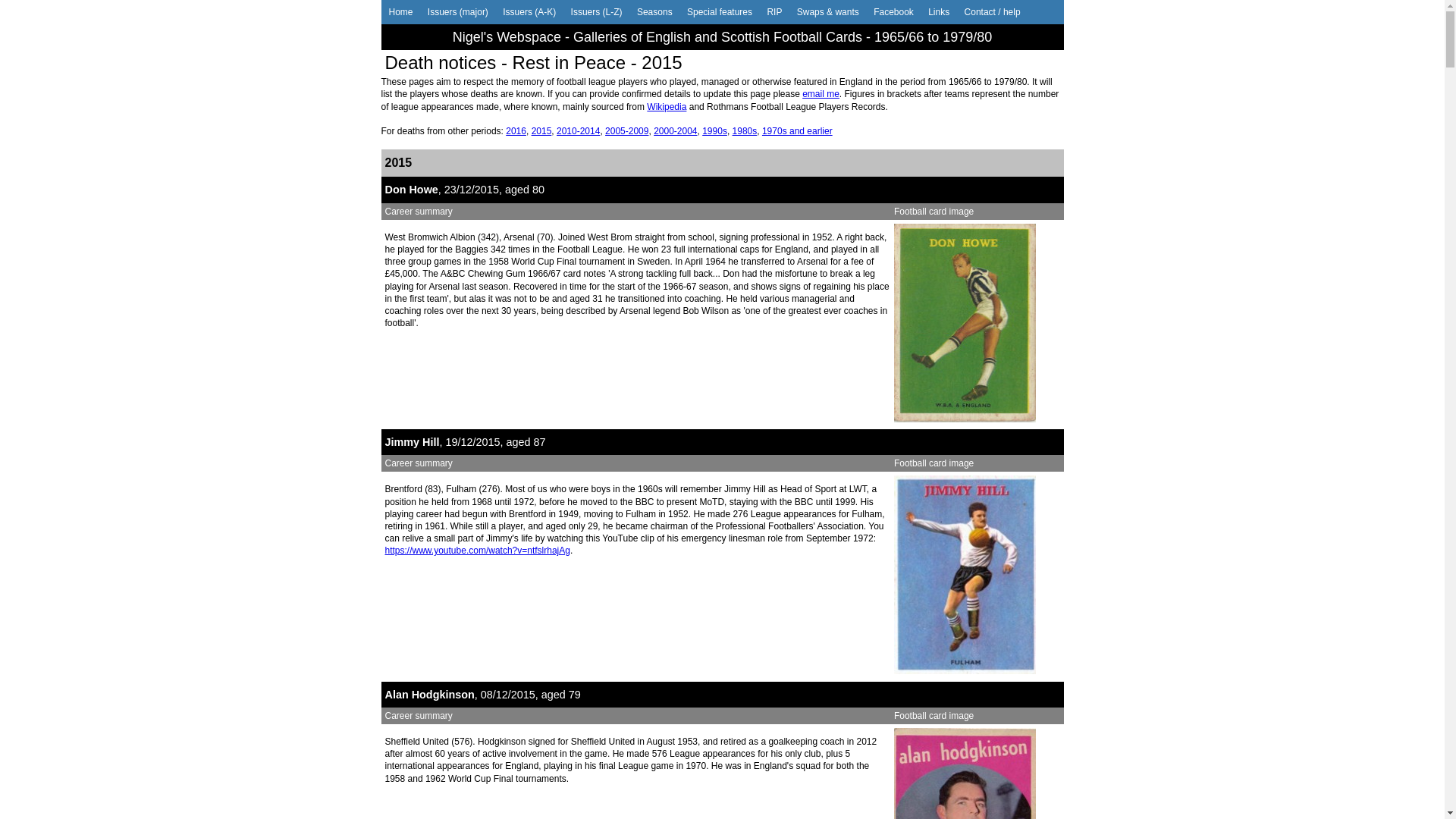 This screenshot has height=819, width=1456. I want to click on 'https://www.youtube.com/watch?v=ntfslrhajAg', so click(476, 550).